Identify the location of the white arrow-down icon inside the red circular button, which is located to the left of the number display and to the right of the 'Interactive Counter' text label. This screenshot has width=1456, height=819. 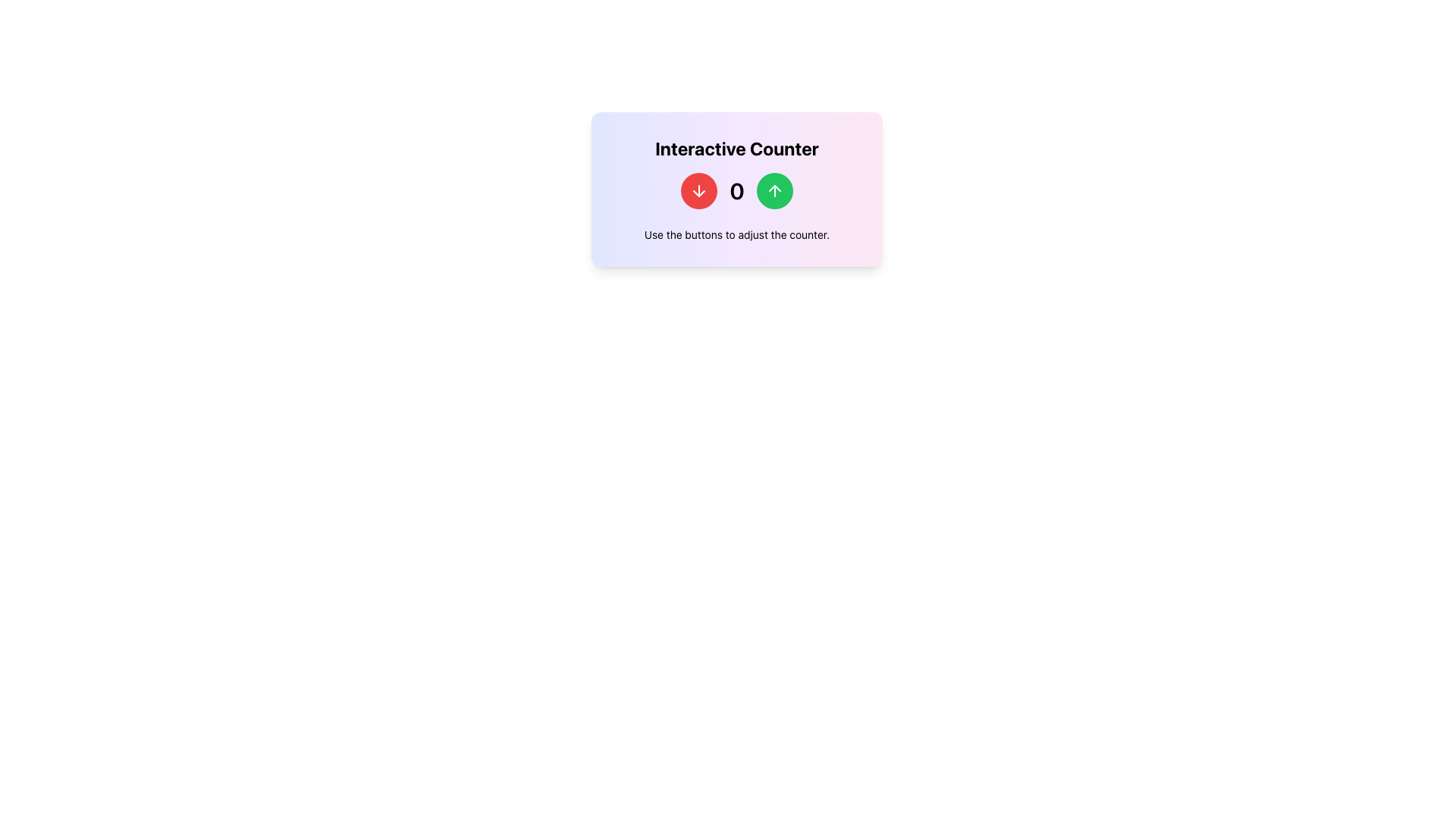
(698, 190).